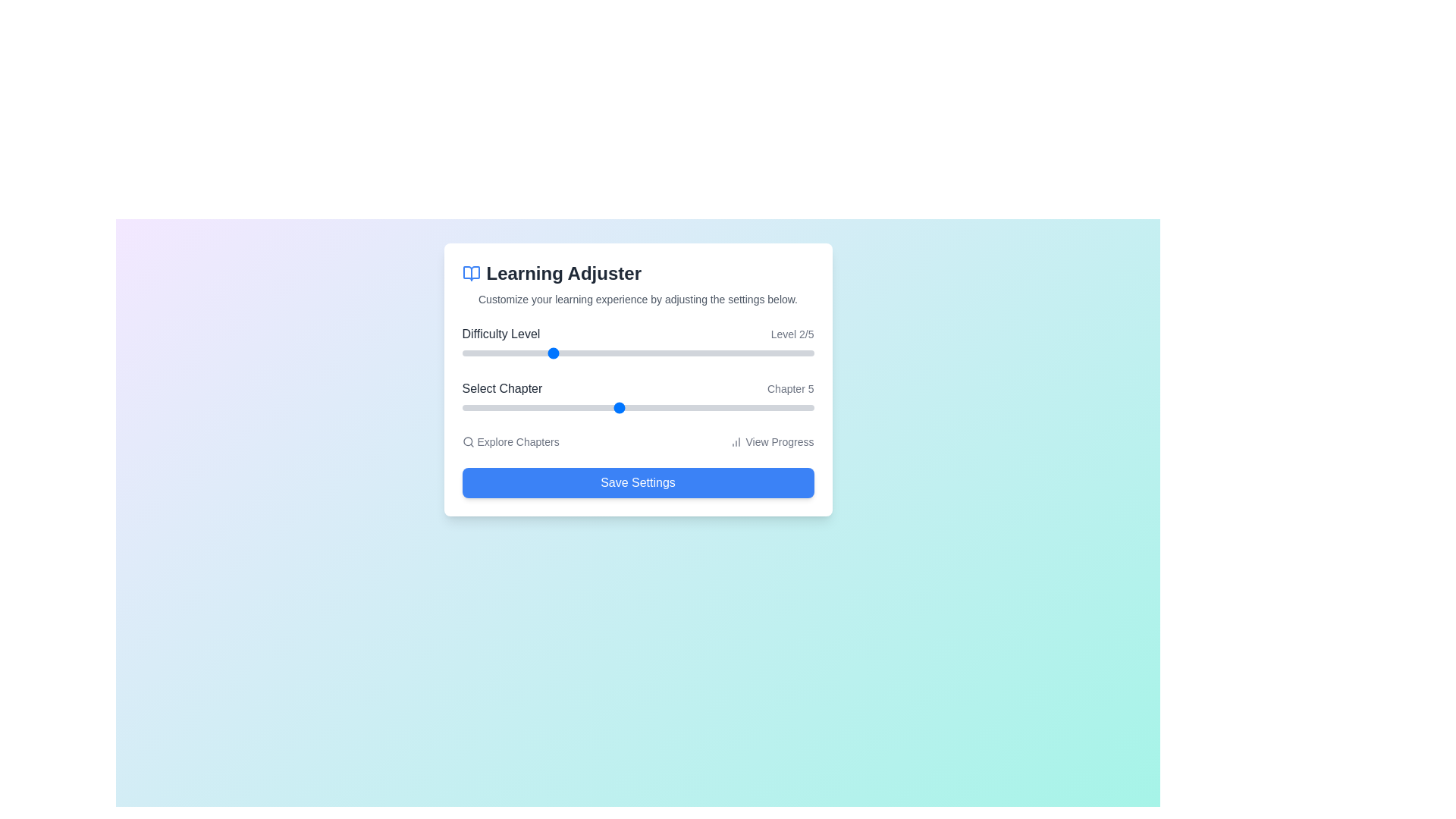  I want to click on the decorative icon part of the book that represents the right page, located adjacent to the 'Learning Adjuster' section header, so click(470, 274).